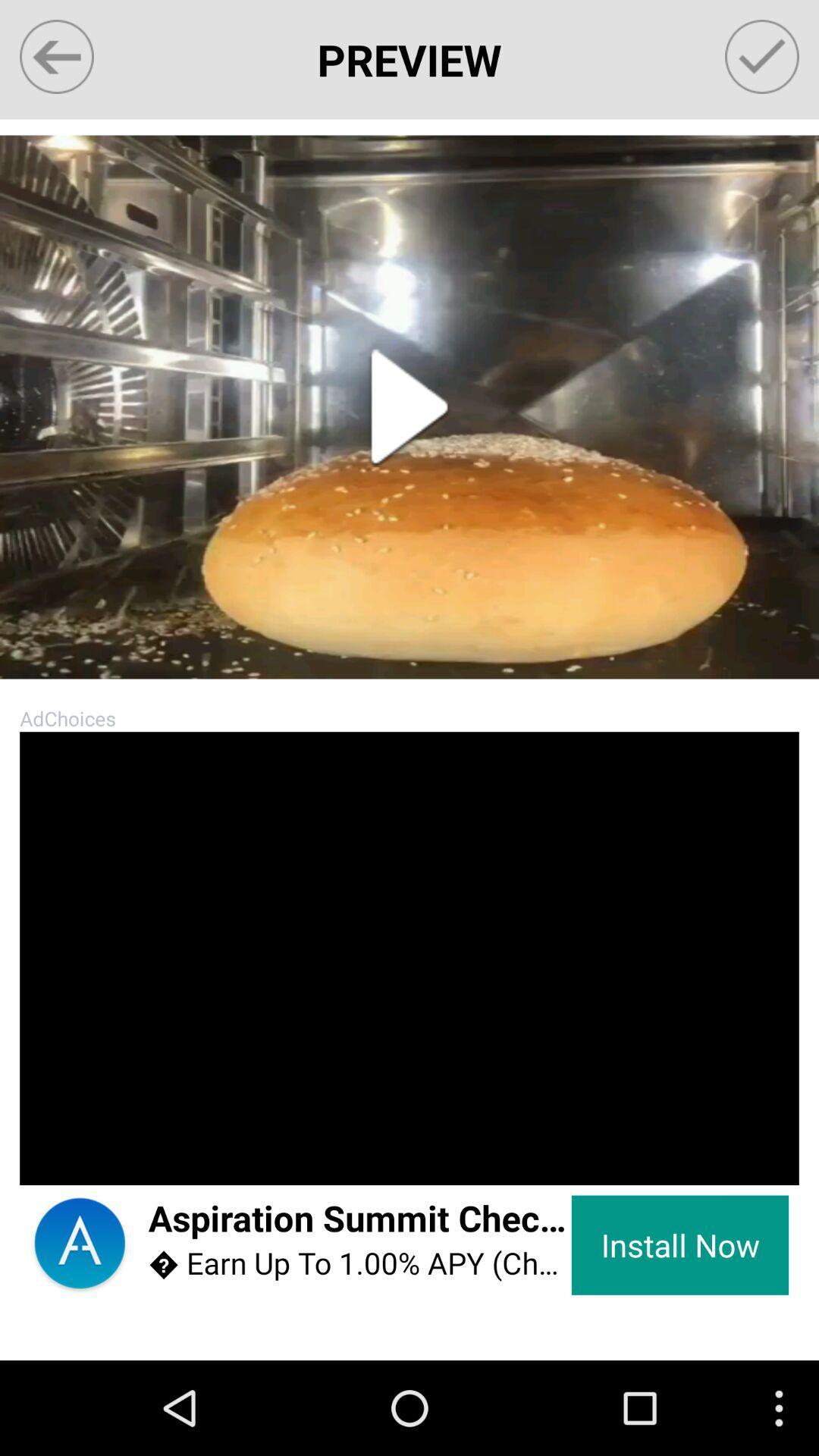 This screenshot has width=819, height=1456. Describe the element at coordinates (359, 1263) in the screenshot. I see `the item next to the install now` at that location.